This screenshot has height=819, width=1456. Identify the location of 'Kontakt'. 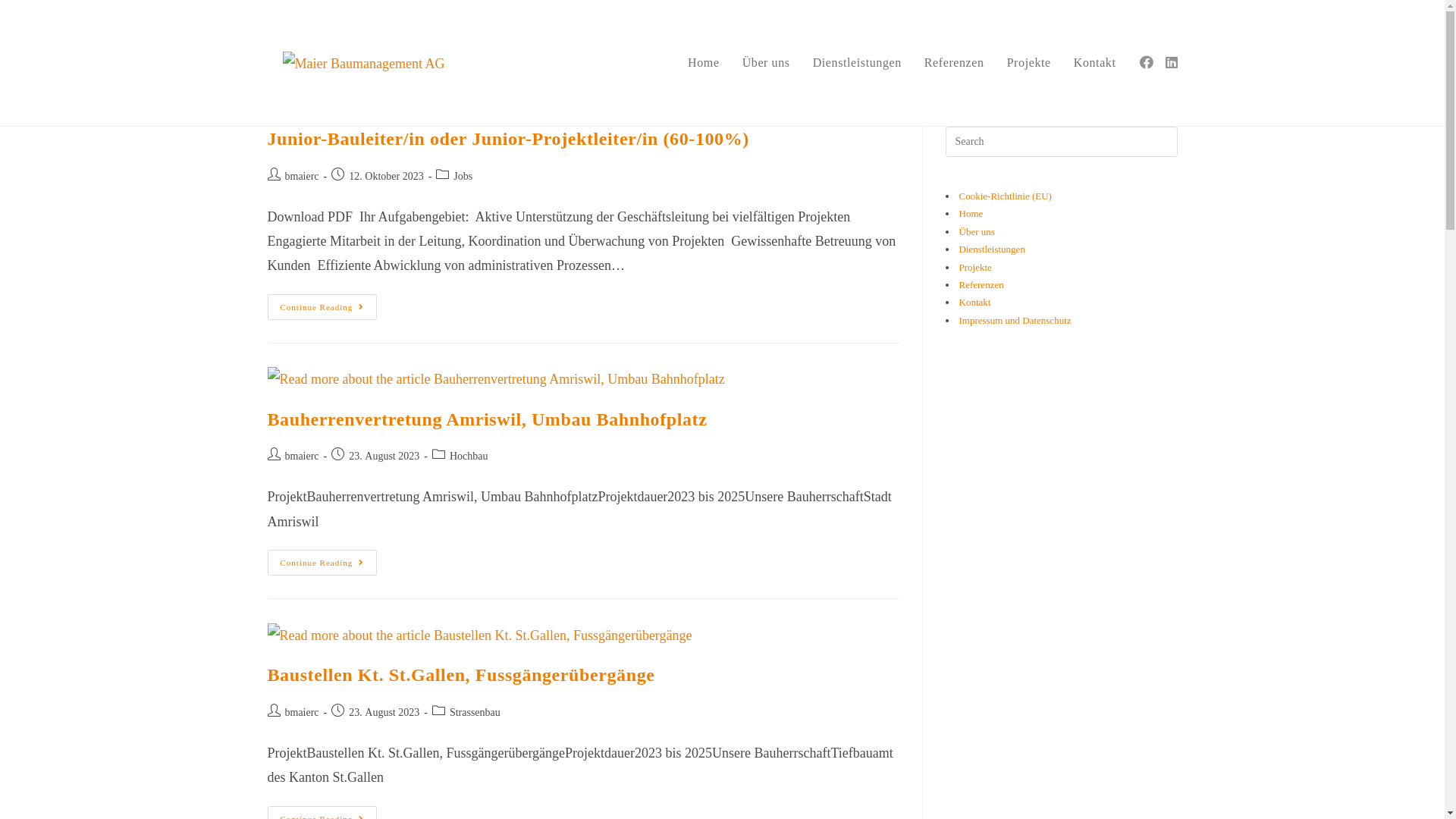
(957, 302).